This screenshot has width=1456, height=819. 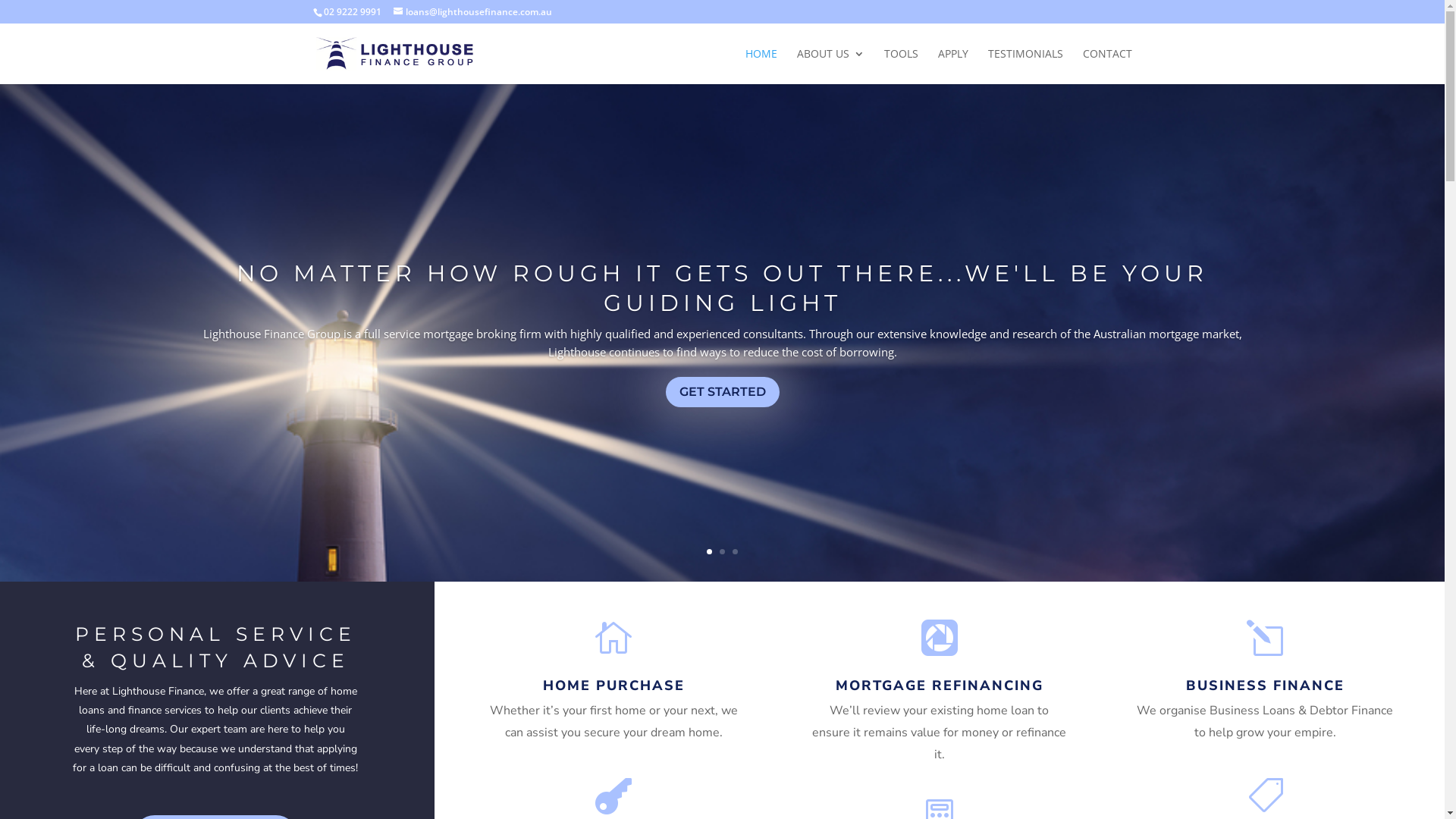 I want to click on 'HOME', so click(x=761, y=65).